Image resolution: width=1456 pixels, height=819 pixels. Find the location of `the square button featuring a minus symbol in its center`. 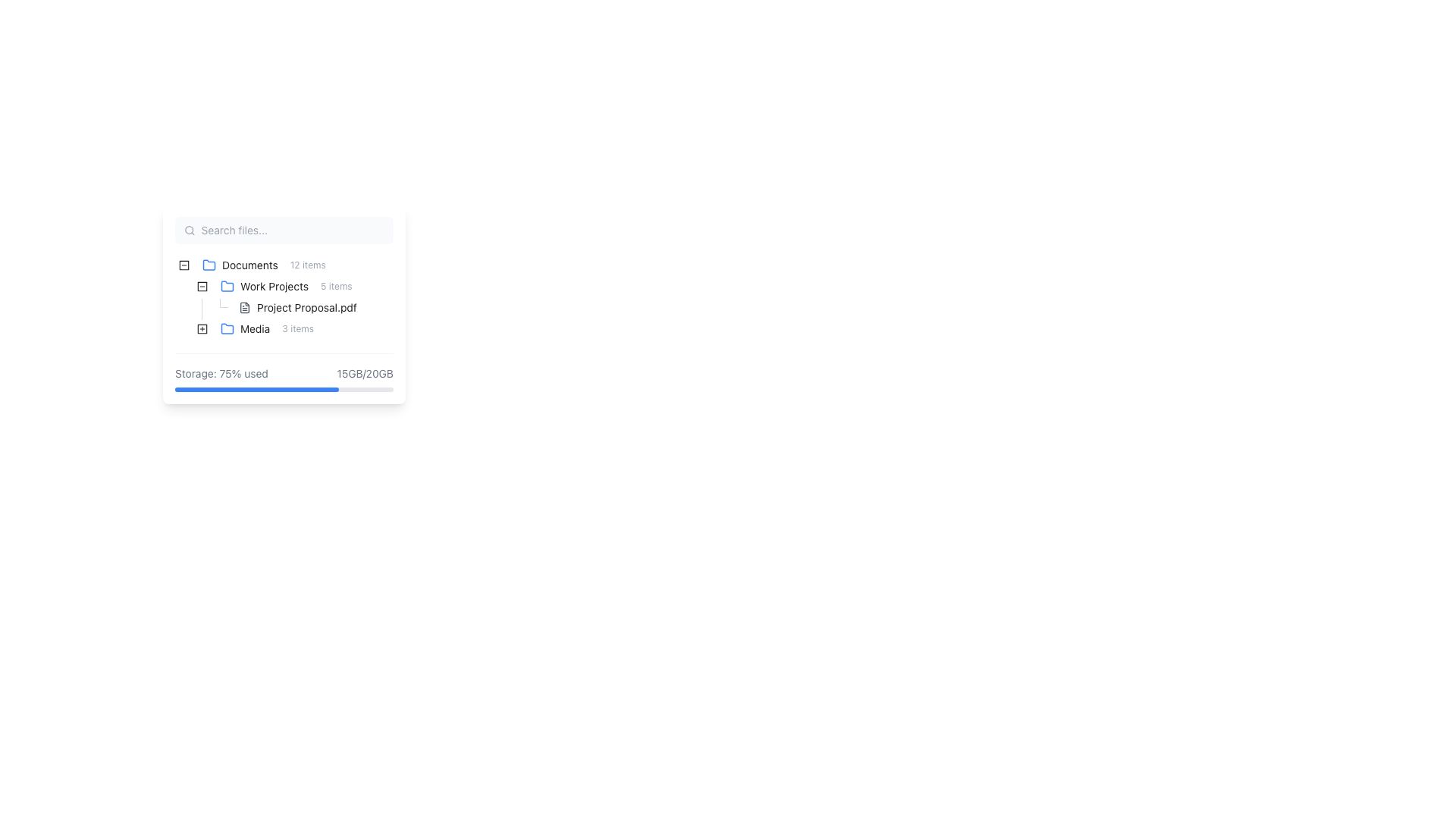

the square button featuring a minus symbol in its center is located at coordinates (202, 287).